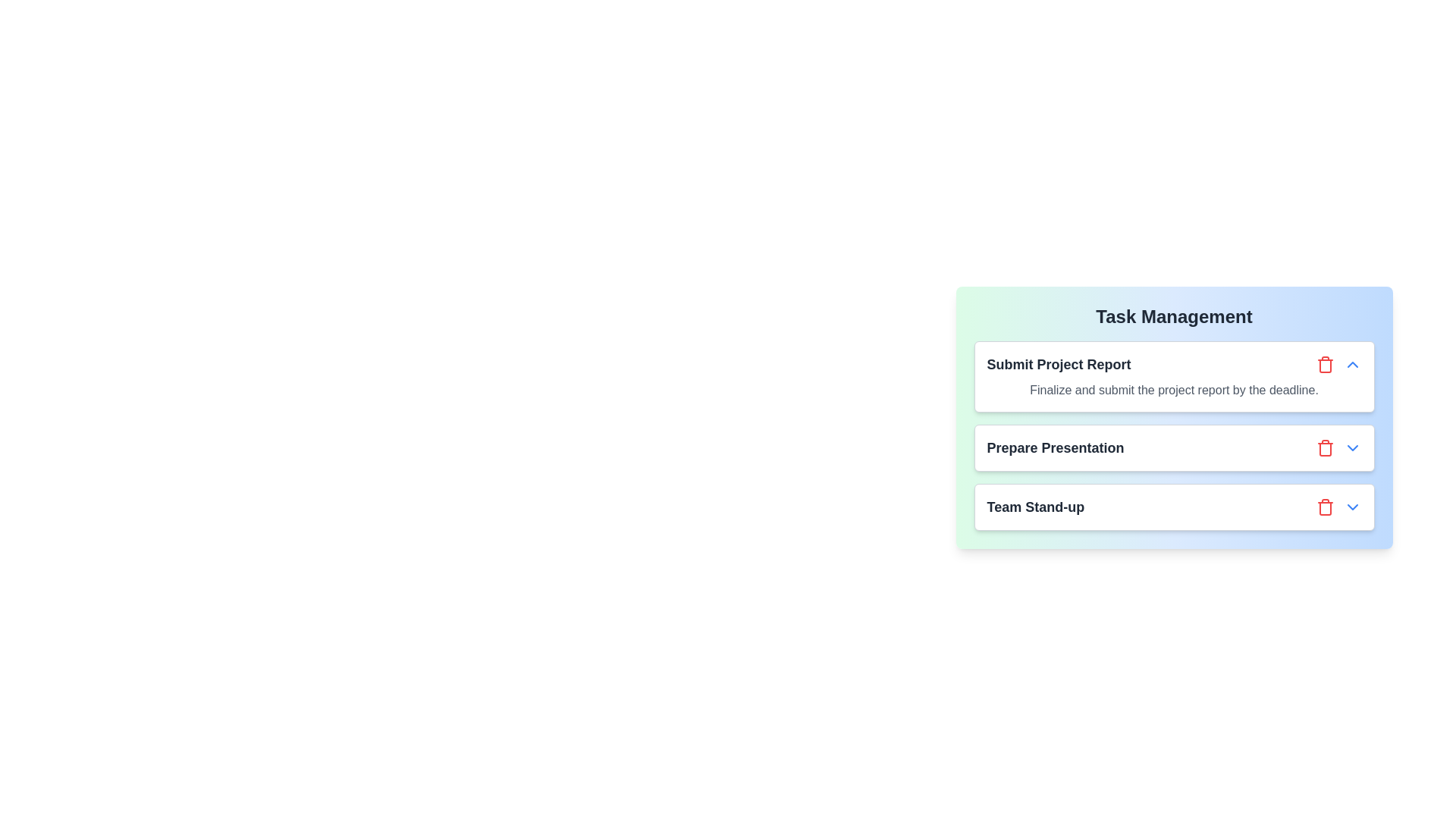 The height and width of the screenshot is (819, 1456). Describe the element at coordinates (1173, 315) in the screenshot. I see `the text display element that serves as a header titled 'Task Management', which is centrally positioned above the task items in a rounded, gradient-colored card` at that location.